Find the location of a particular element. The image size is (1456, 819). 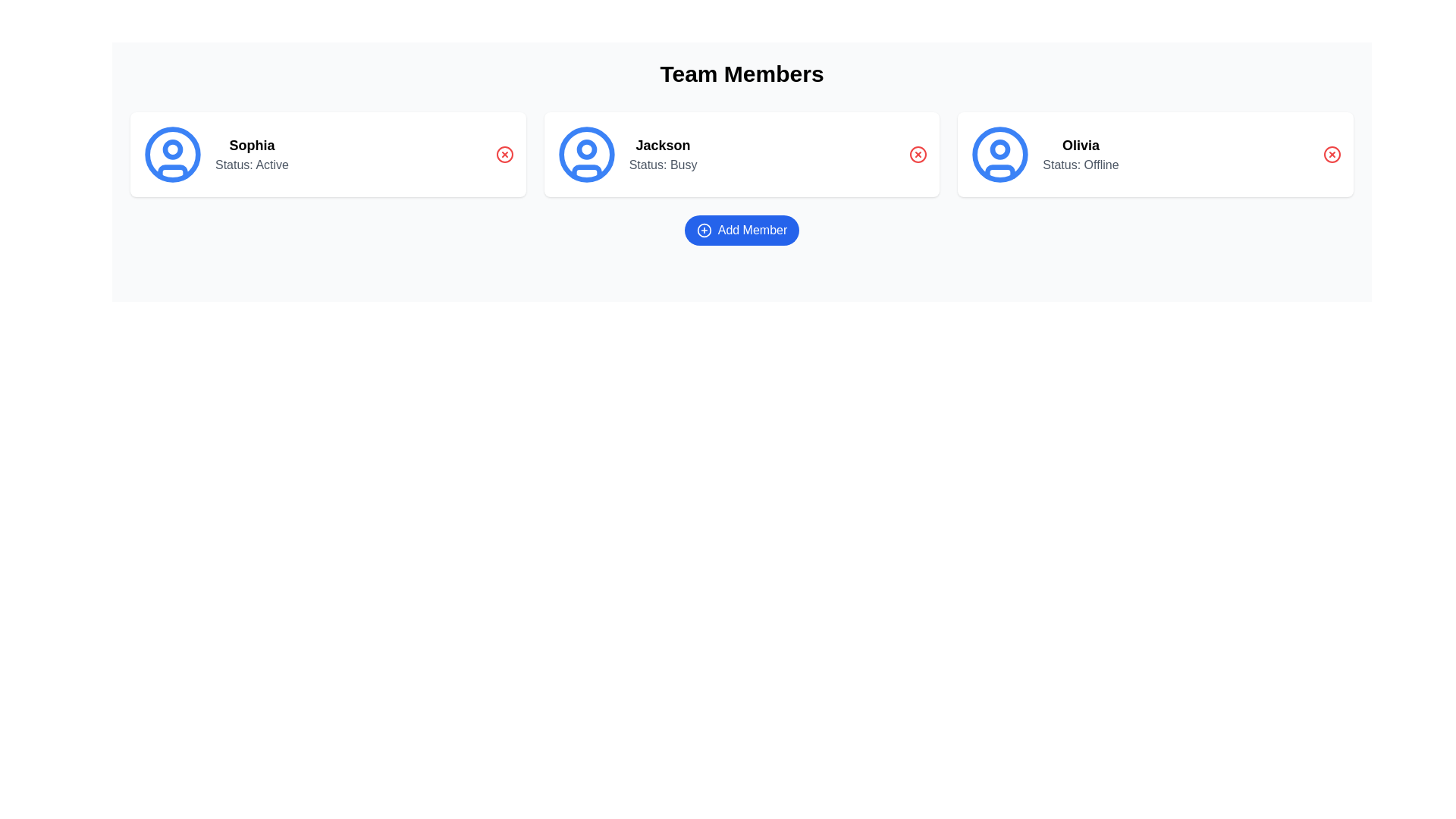

name ('Sophia') and status ('Active') information from the user profile card, which is the first card in a horizontal grid layout is located at coordinates (327, 155).